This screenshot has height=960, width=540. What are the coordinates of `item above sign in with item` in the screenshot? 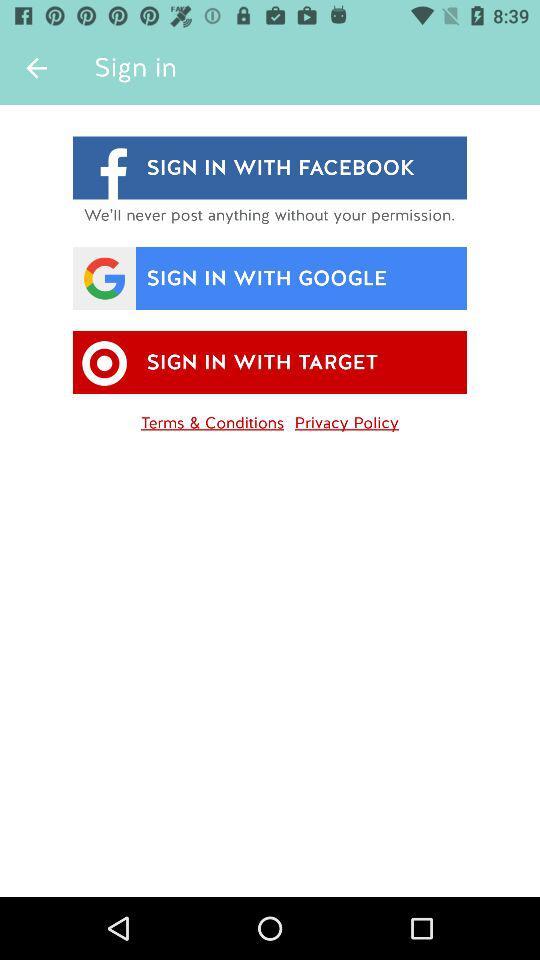 It's located at (36, 68).